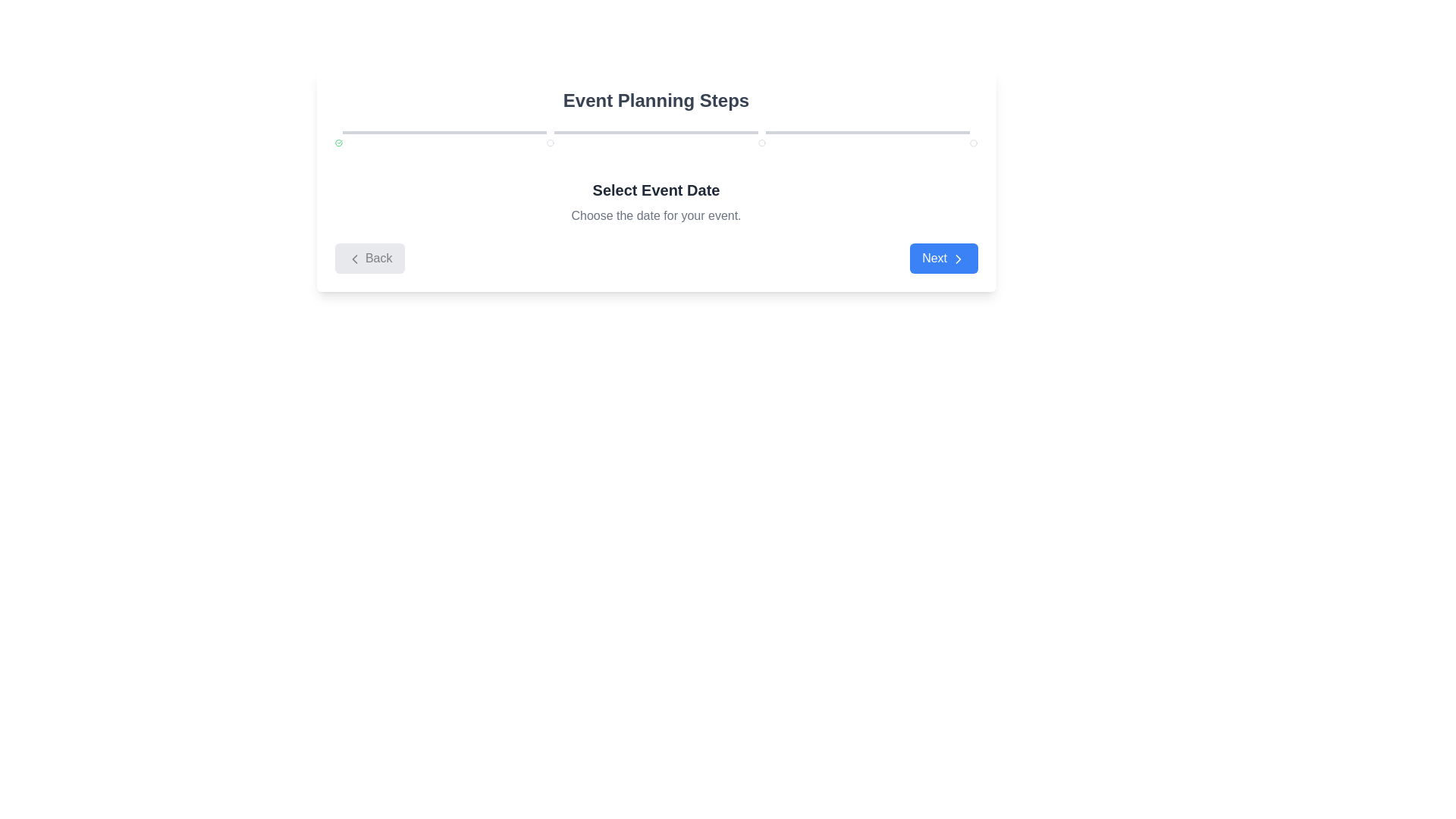 The height and width of the screenshot is (819, 1456). I want to click on the text label that reads 'Choose the date for your event.' which is styled in a medium-sized gray font and is located directly below the header 'Select Event Date.', so click(656, 216).